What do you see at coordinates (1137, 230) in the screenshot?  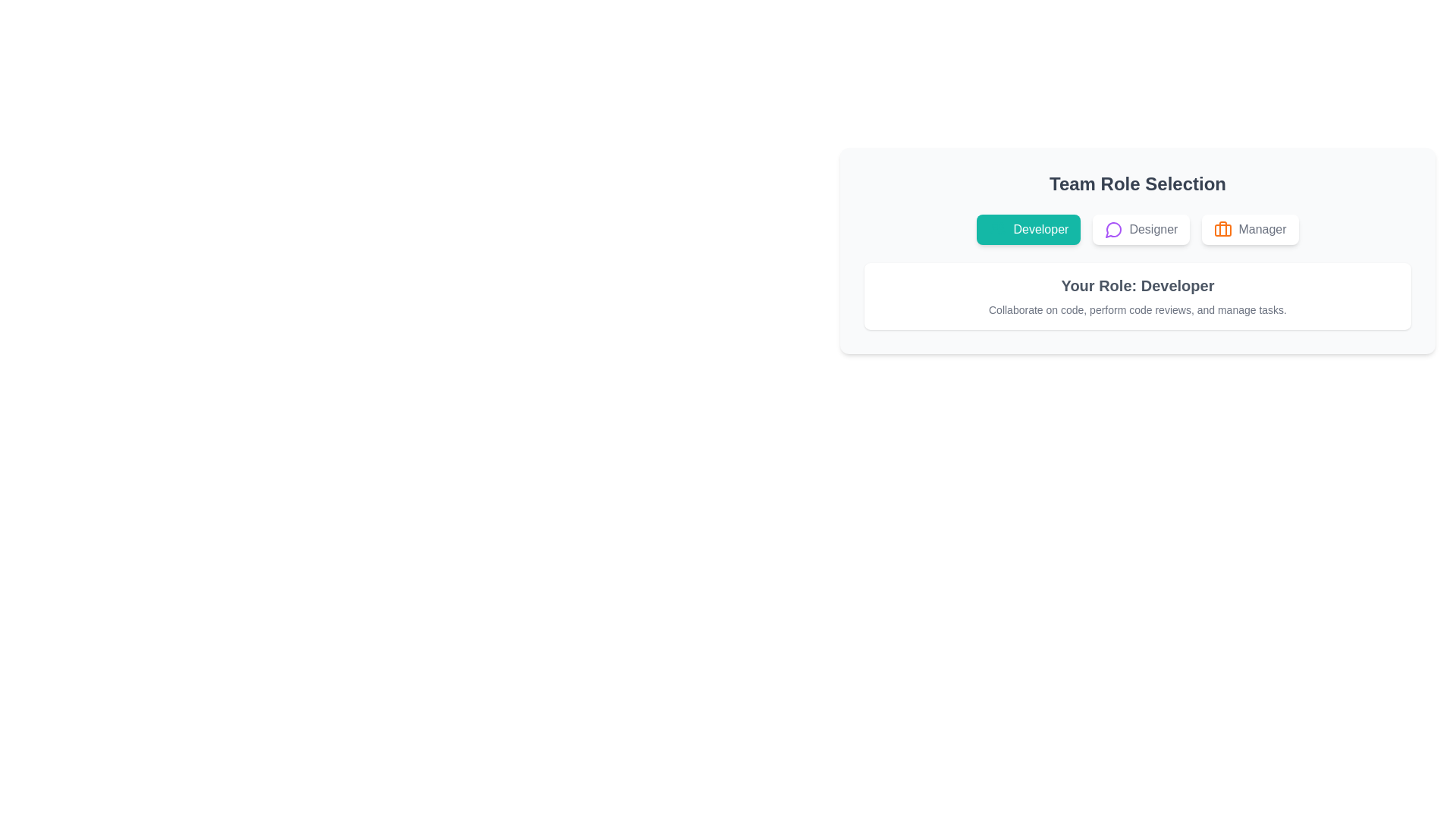 I see `the 'Designer' role selection button located in the 'Team Role Selection' modal` at bounding box center [1137, 230].